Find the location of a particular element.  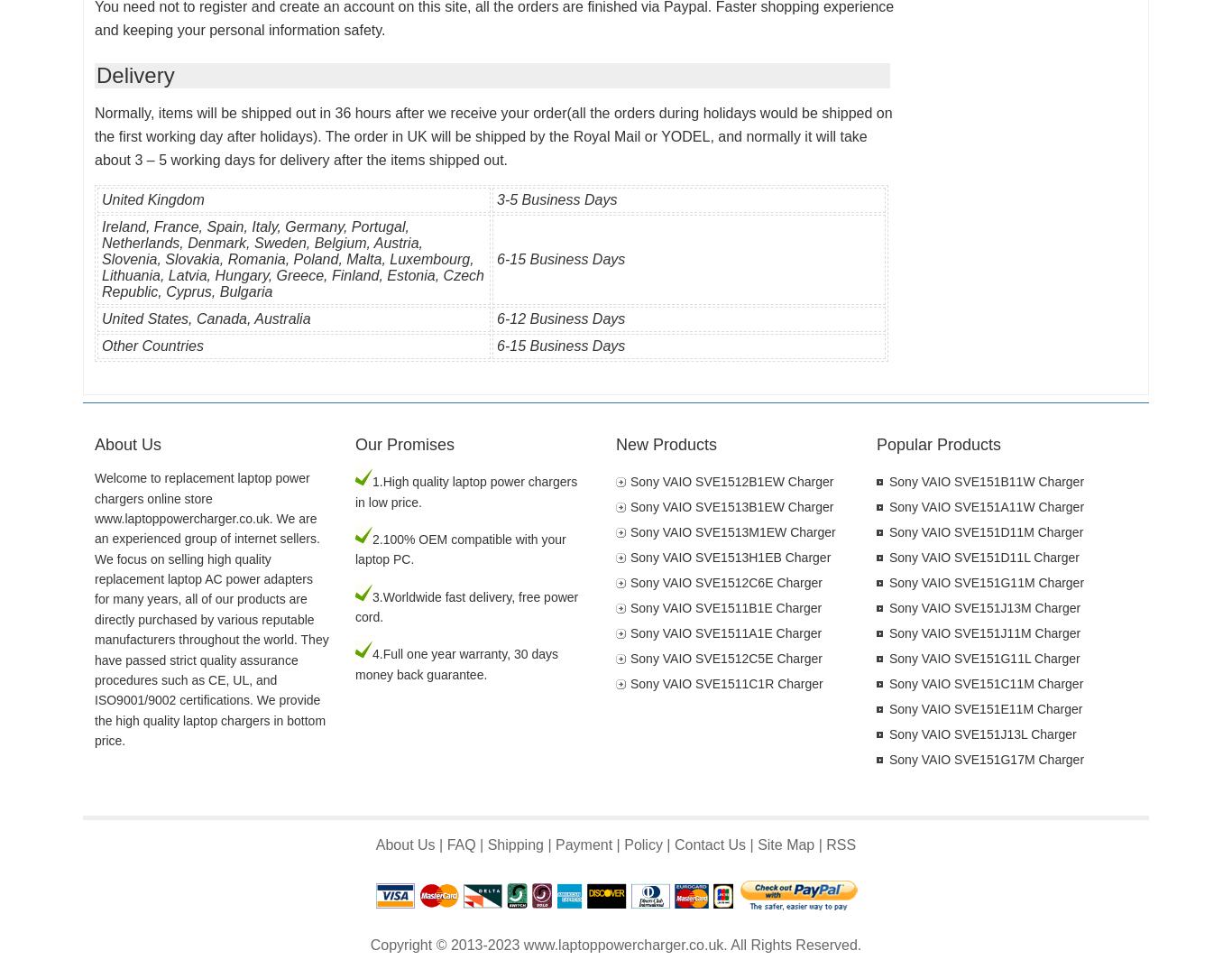

'Sony VAIO SVE1512B1EW Charger' is located at coordinates (731, 481).